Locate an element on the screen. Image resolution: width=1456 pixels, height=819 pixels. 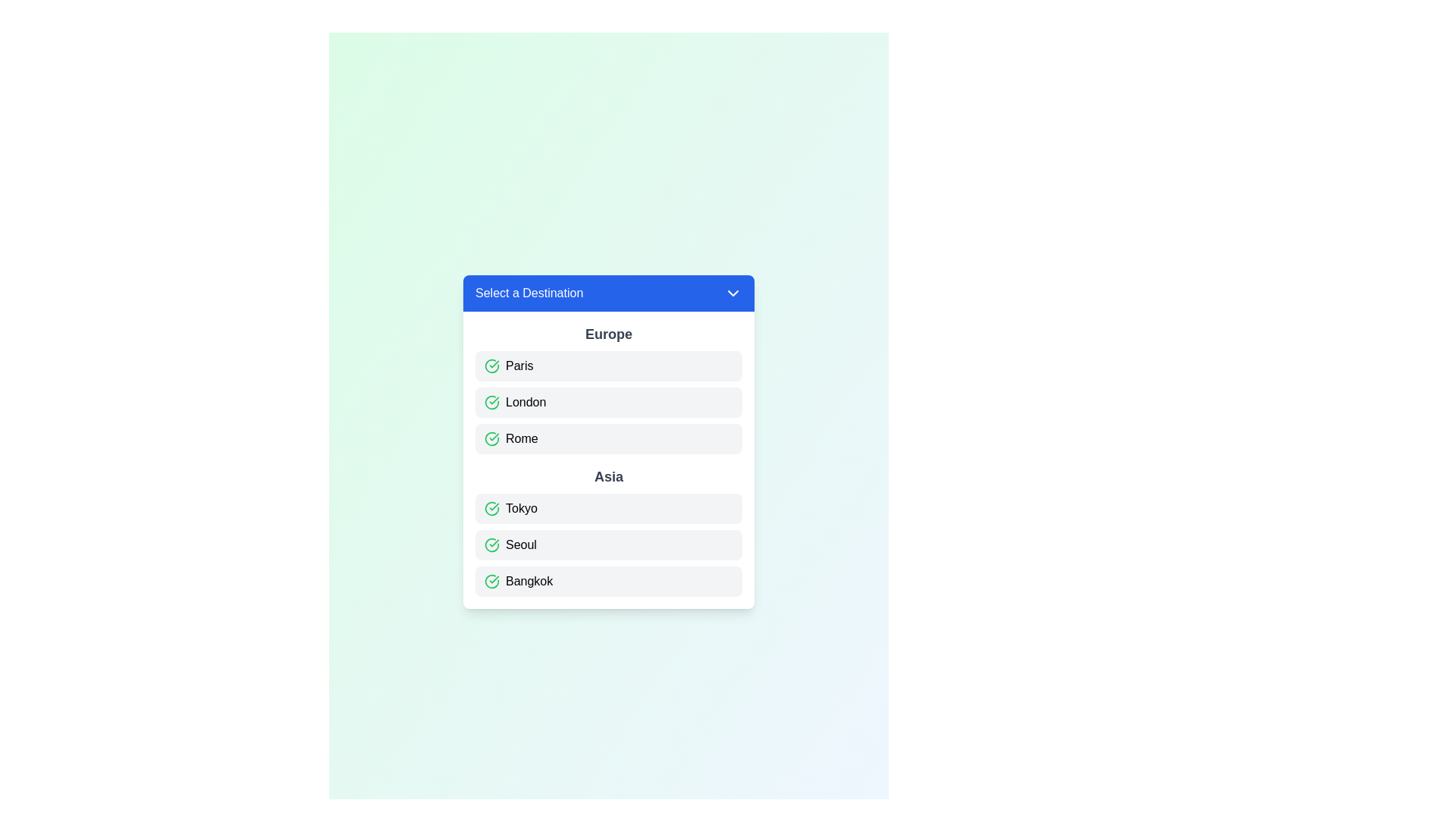
the green checkmark icon located to the left of the text 'Bangkok' in the Asian cities list is located at coordinates (491, 581).